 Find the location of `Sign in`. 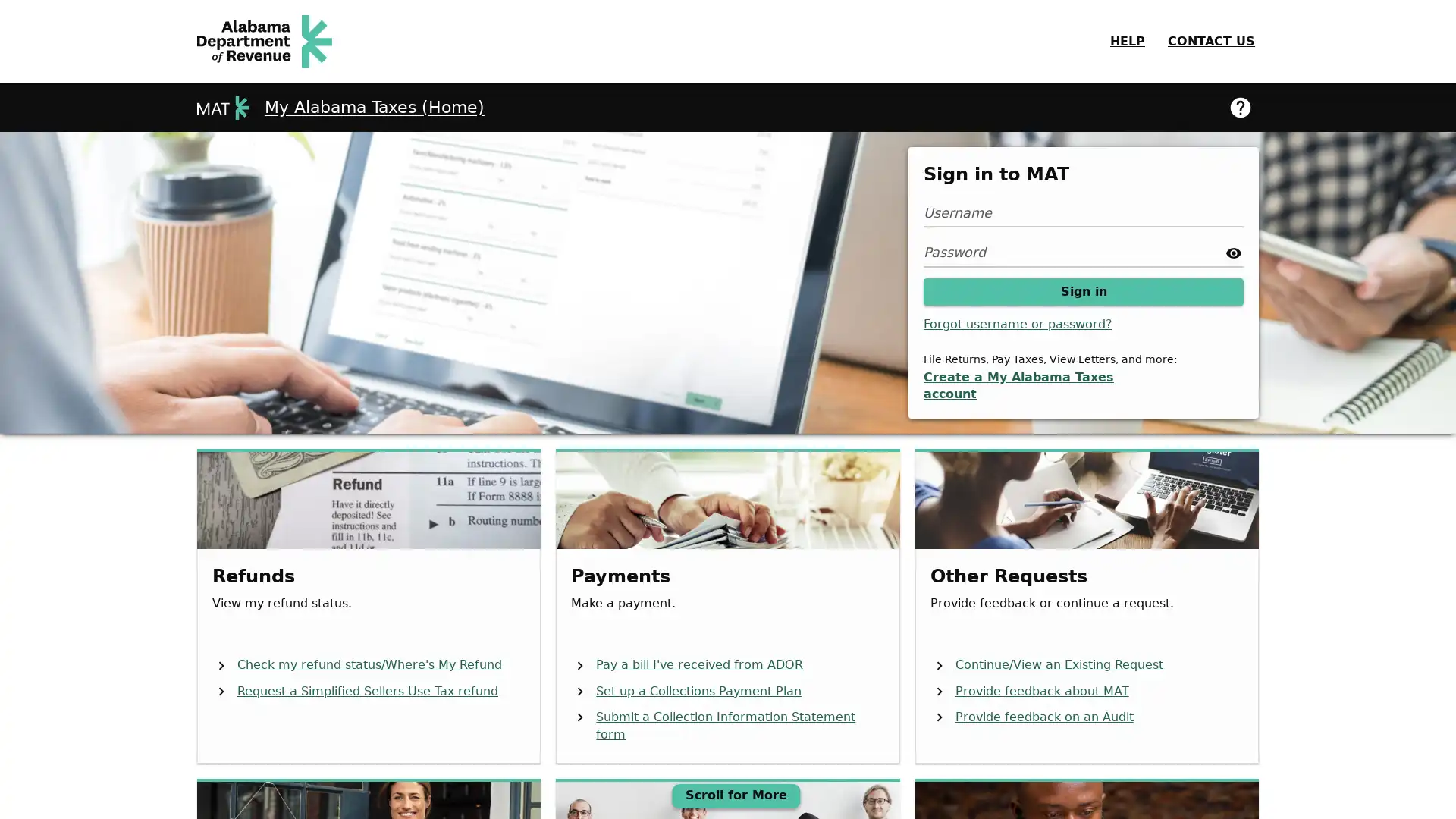

Sign in is located at coordinates (1083, 291).